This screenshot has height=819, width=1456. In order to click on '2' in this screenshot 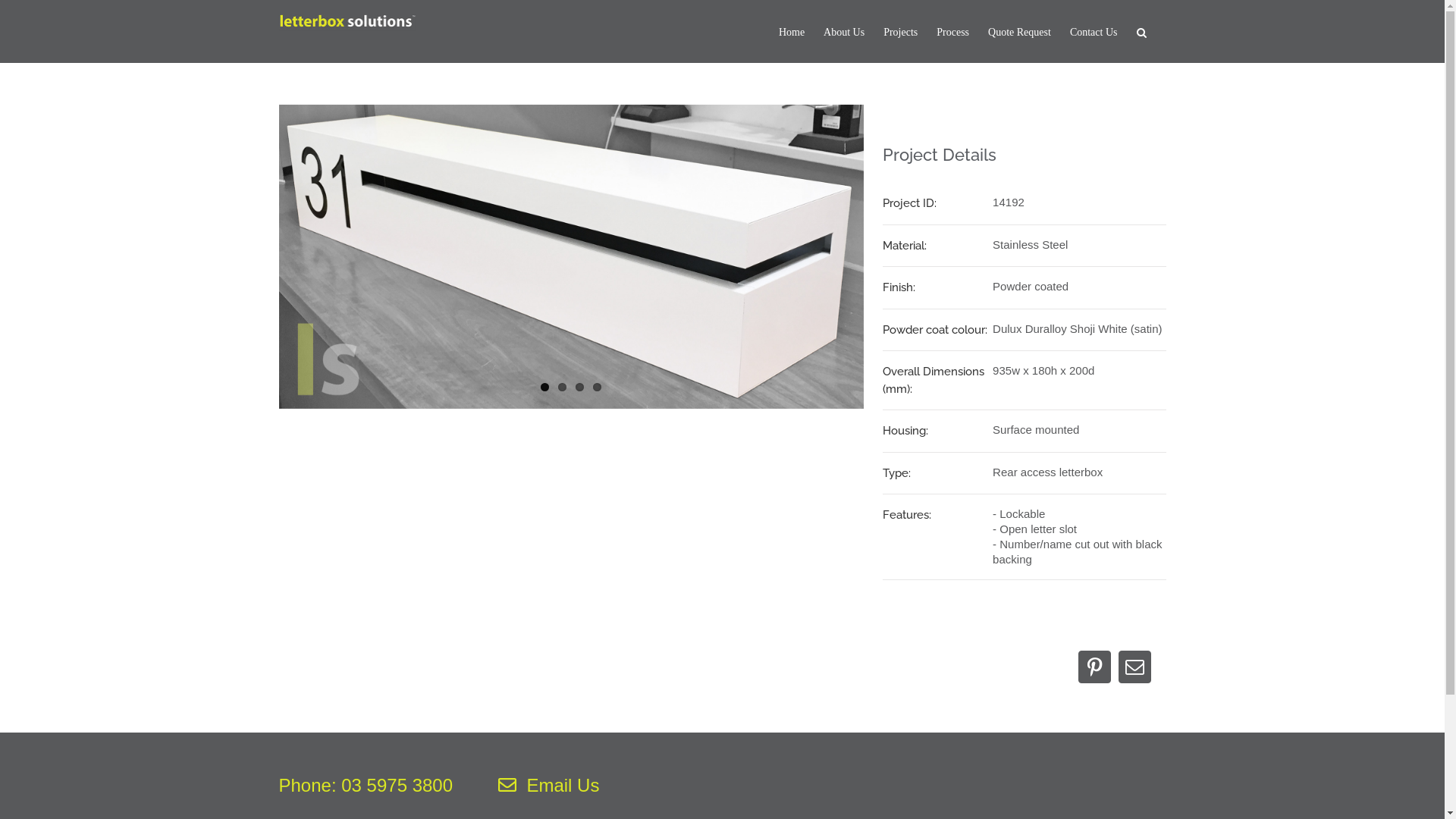, I will do `click(561, 386)`.